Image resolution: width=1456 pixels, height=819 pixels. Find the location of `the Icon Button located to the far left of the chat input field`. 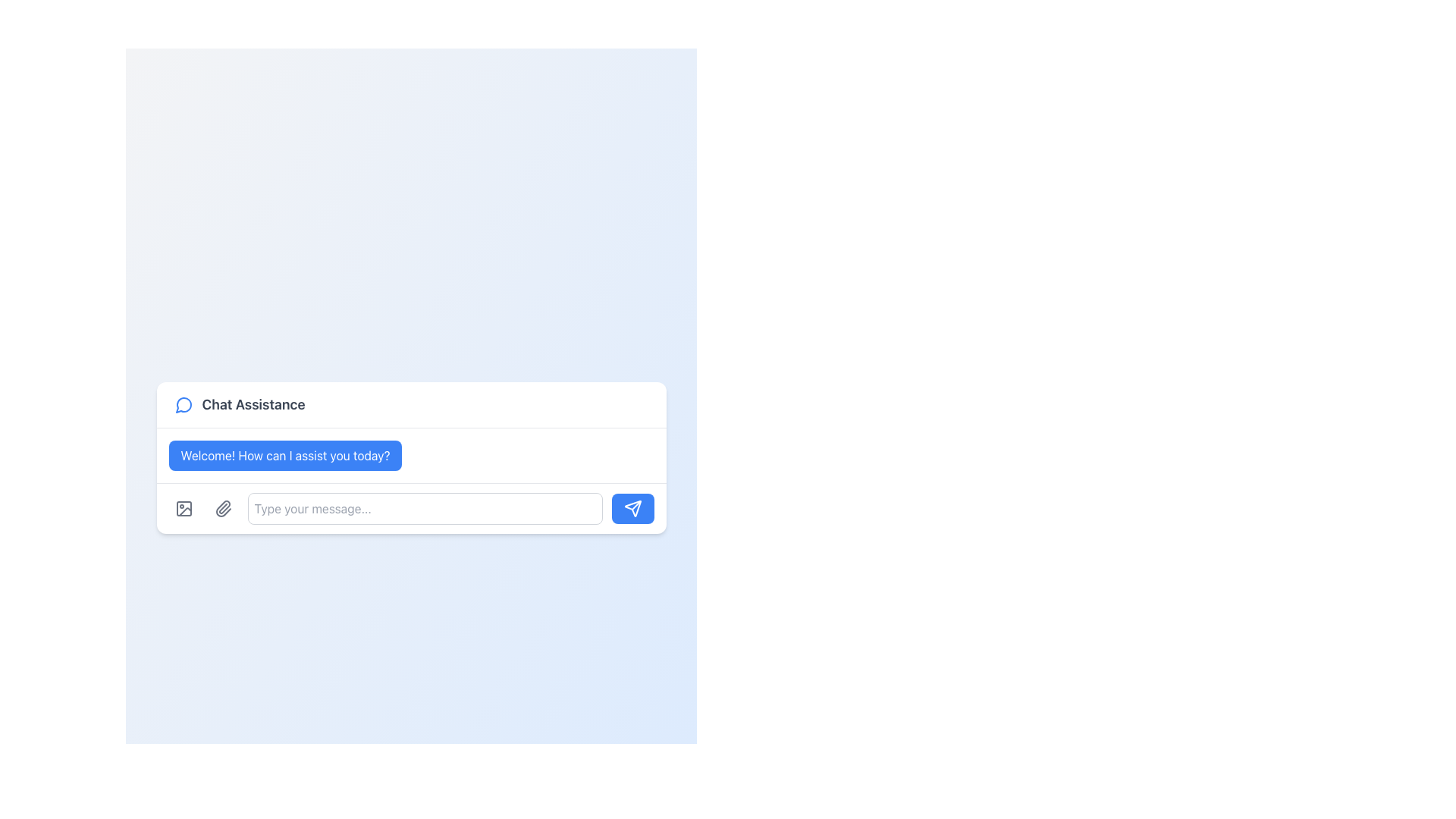

the Icon Button located to the far left of the chat input field is located at coordinates (183, 509).